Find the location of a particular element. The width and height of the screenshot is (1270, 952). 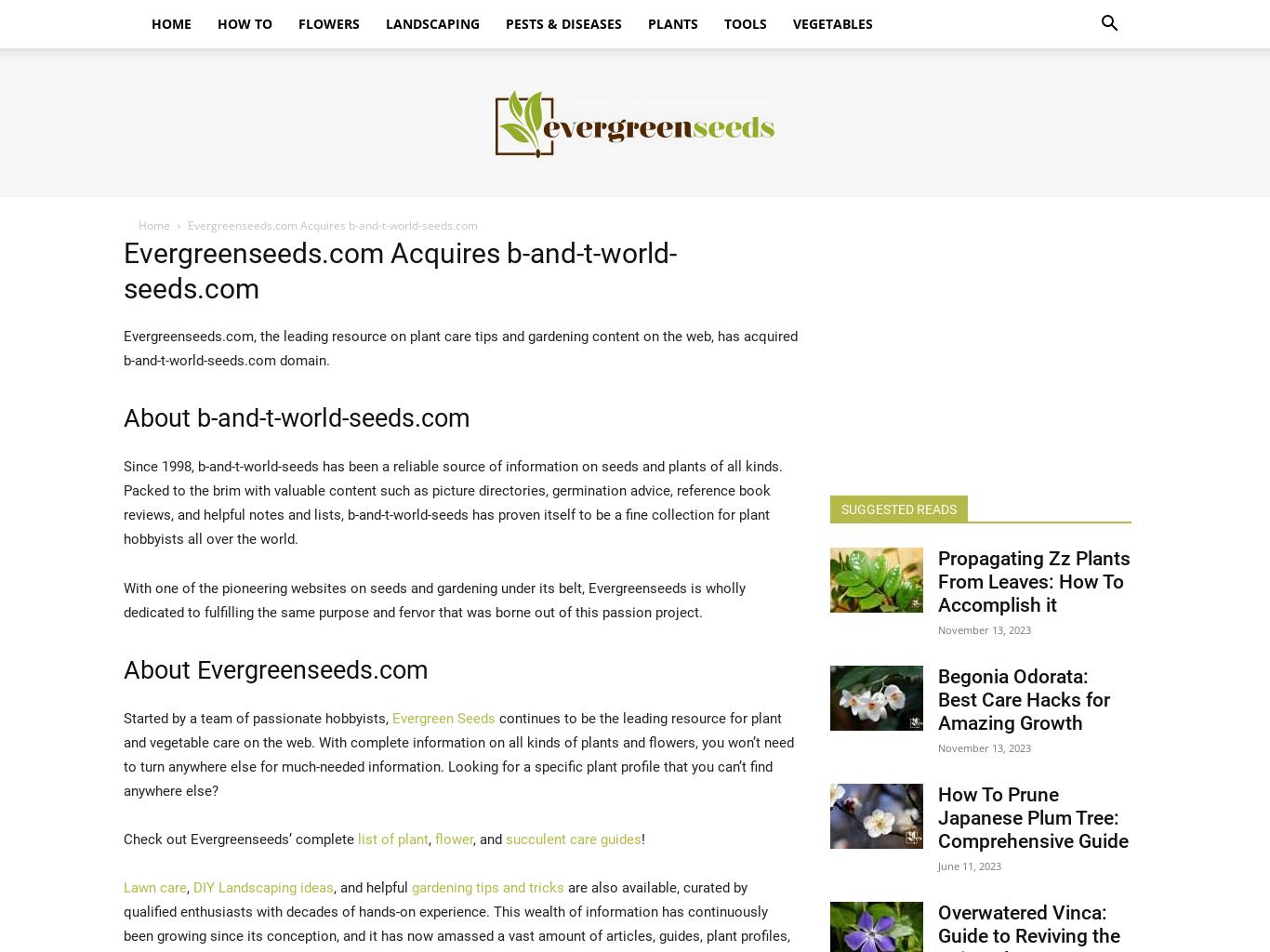

'How To Prune Japanese Plum Tree: Comprehensive Guide' is located at coordinates (938, 818).